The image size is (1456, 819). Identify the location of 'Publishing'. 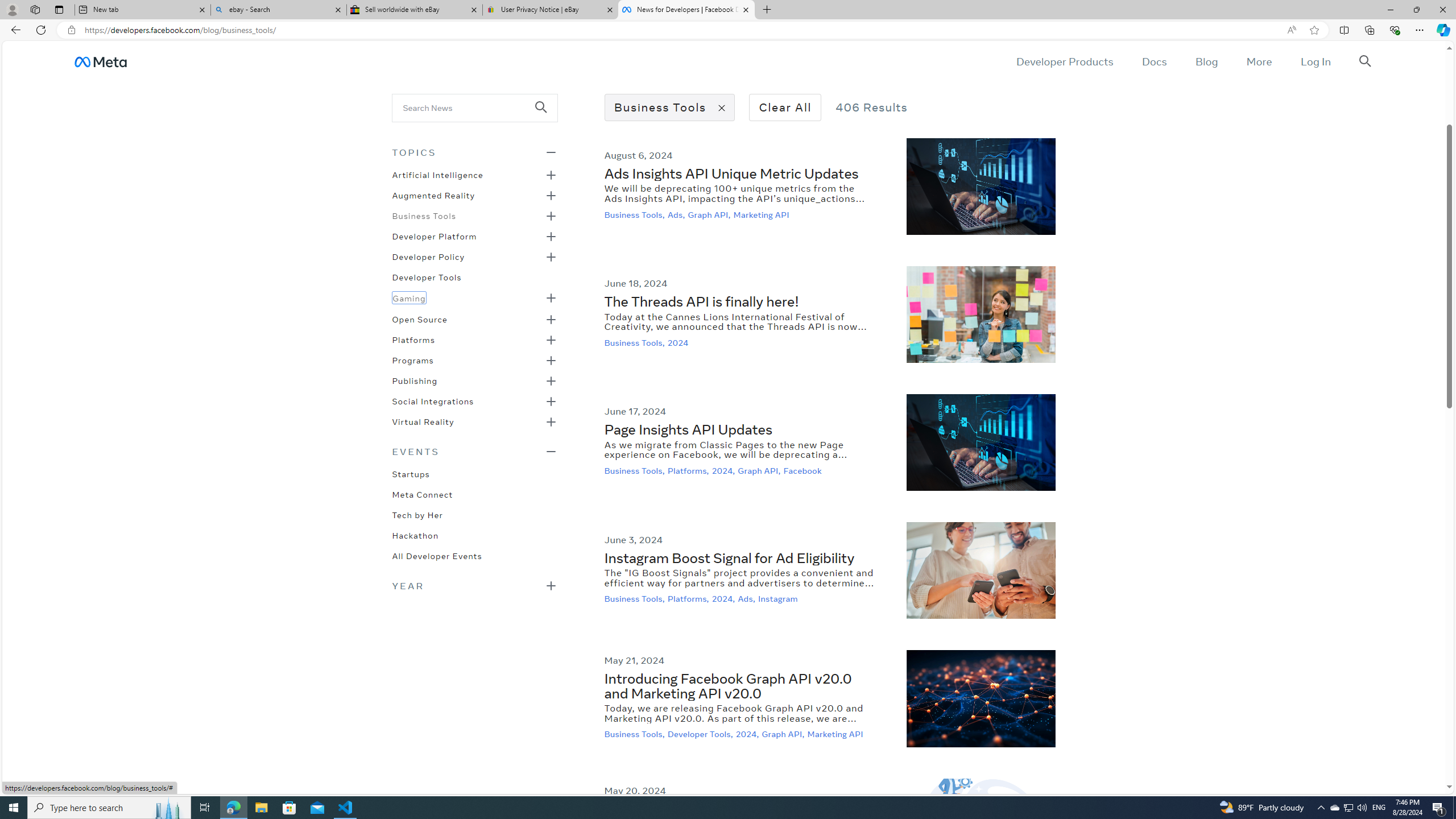
(415, 379).